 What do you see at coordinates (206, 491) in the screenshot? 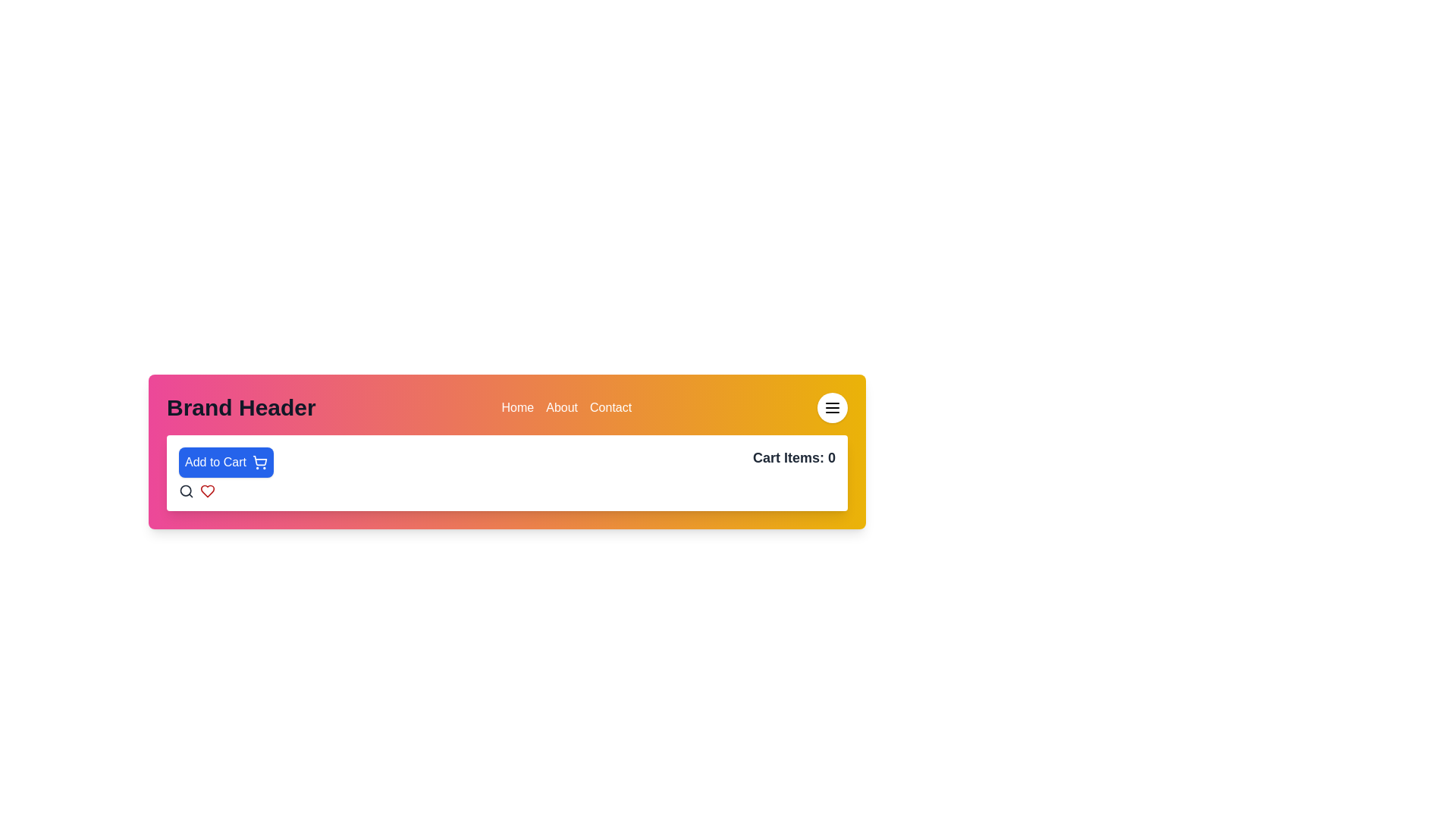
I see `the heart icon located to the right of the search icon in the header bar` at bounding box center [206, 491].